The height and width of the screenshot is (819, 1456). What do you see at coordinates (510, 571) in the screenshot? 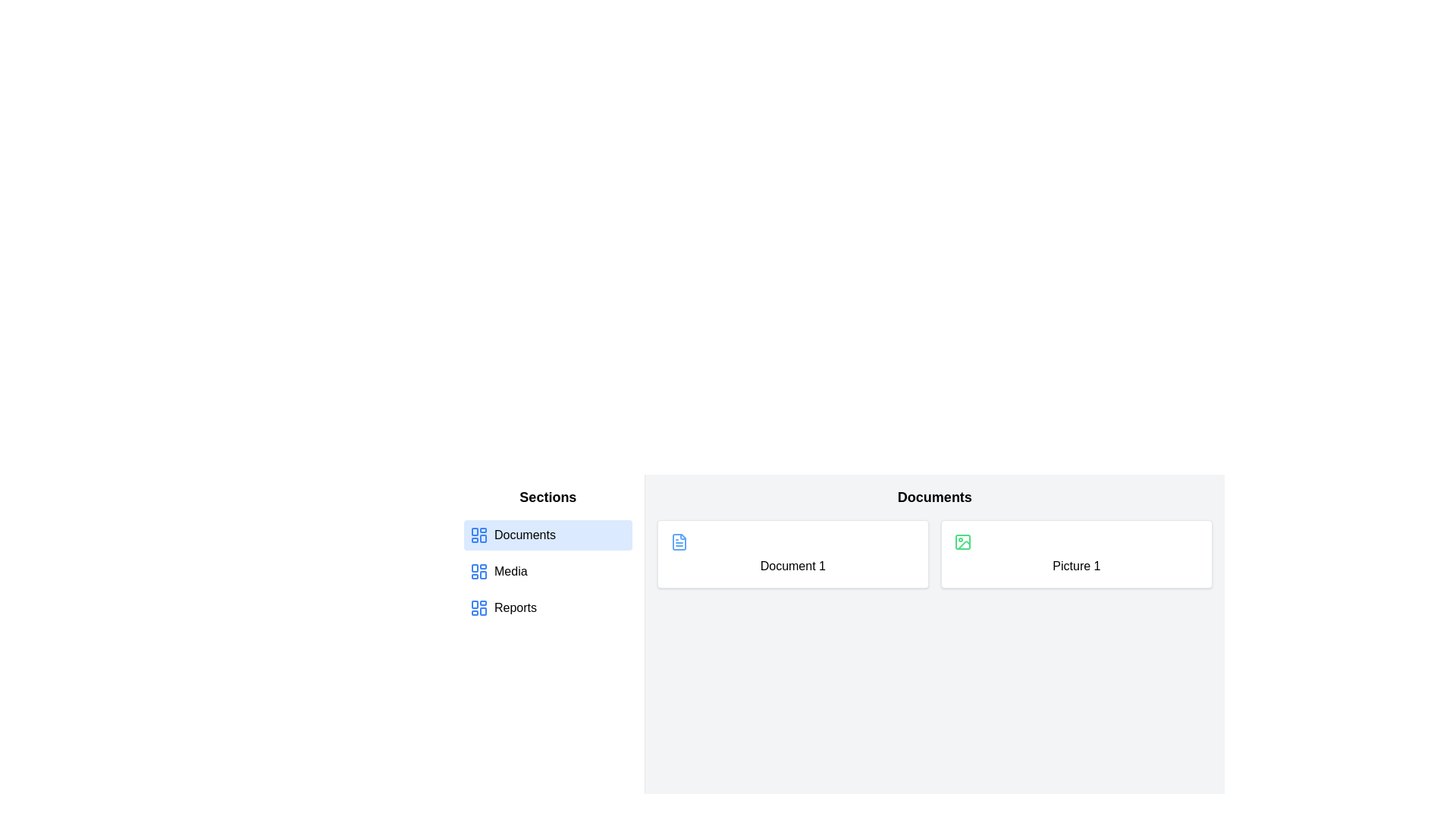
I see `the text label displaying 'Media' in the sidebar menu` at bounding box center [510, 571].